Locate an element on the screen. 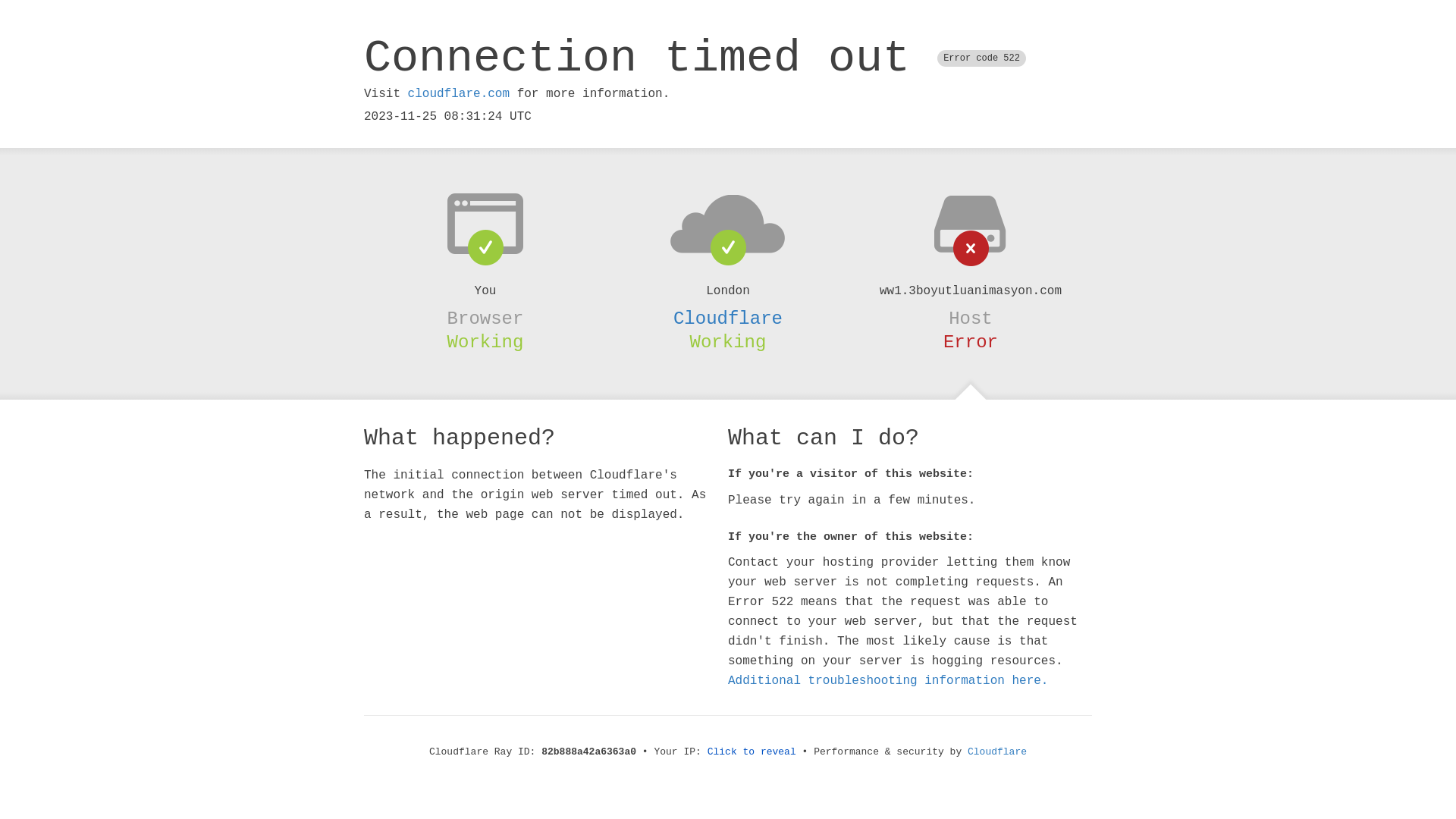 The height and width of the screenshot is (819, 1456). 'Click to reveal' is located at coordinates (752, 752).